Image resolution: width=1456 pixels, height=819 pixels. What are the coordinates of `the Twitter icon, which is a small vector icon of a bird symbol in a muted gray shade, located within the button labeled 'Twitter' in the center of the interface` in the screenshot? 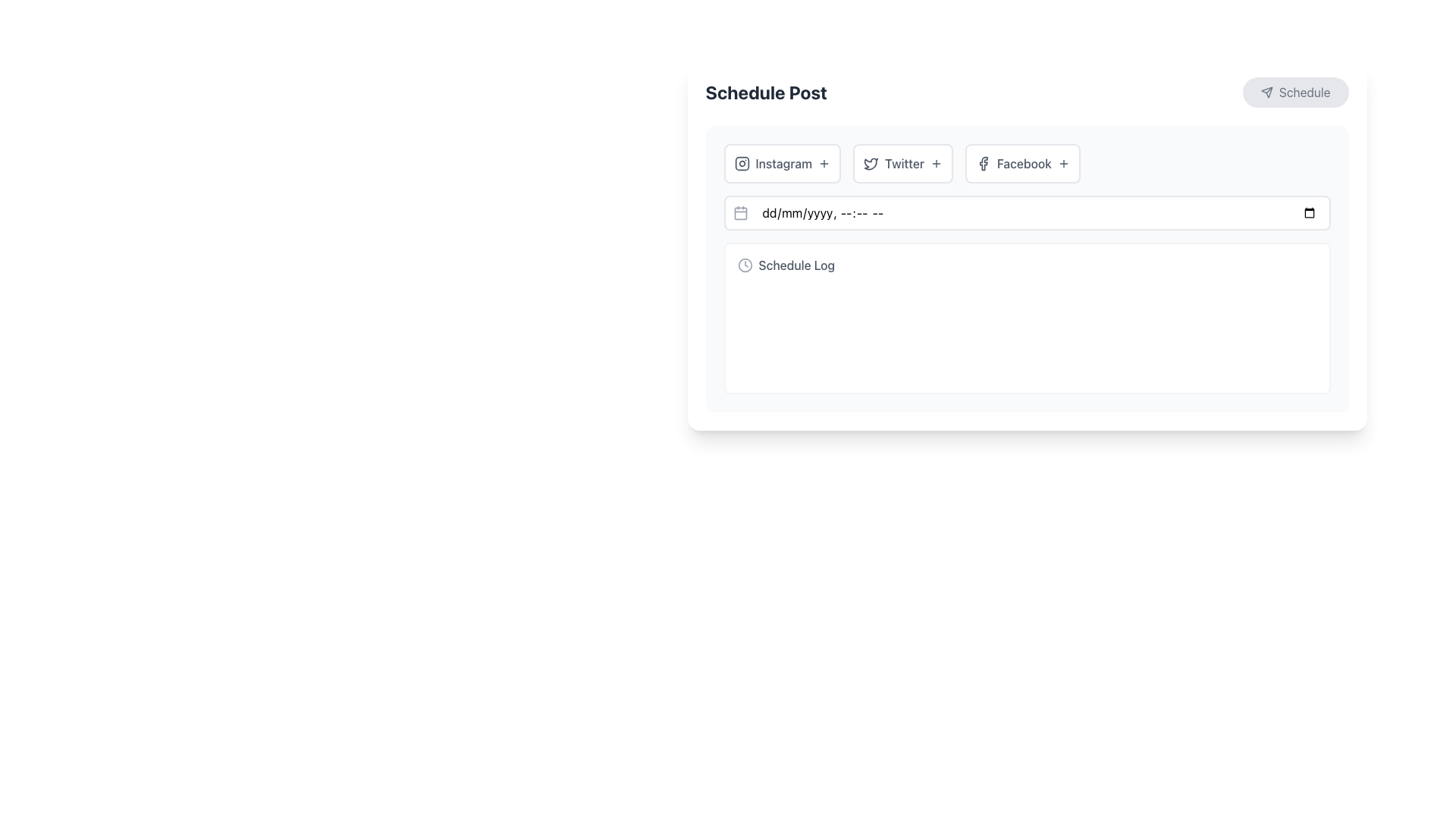 It's located at (871, 164).